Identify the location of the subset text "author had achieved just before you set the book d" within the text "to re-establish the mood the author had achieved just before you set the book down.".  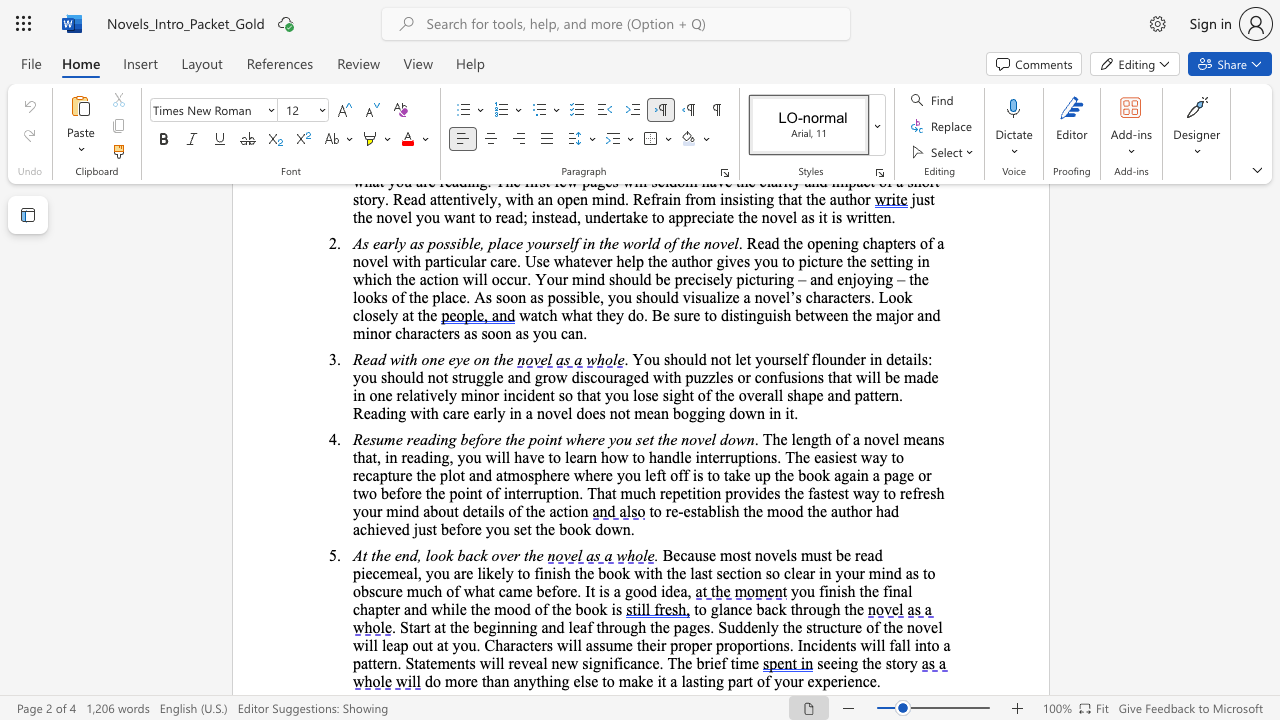
(831, 510).